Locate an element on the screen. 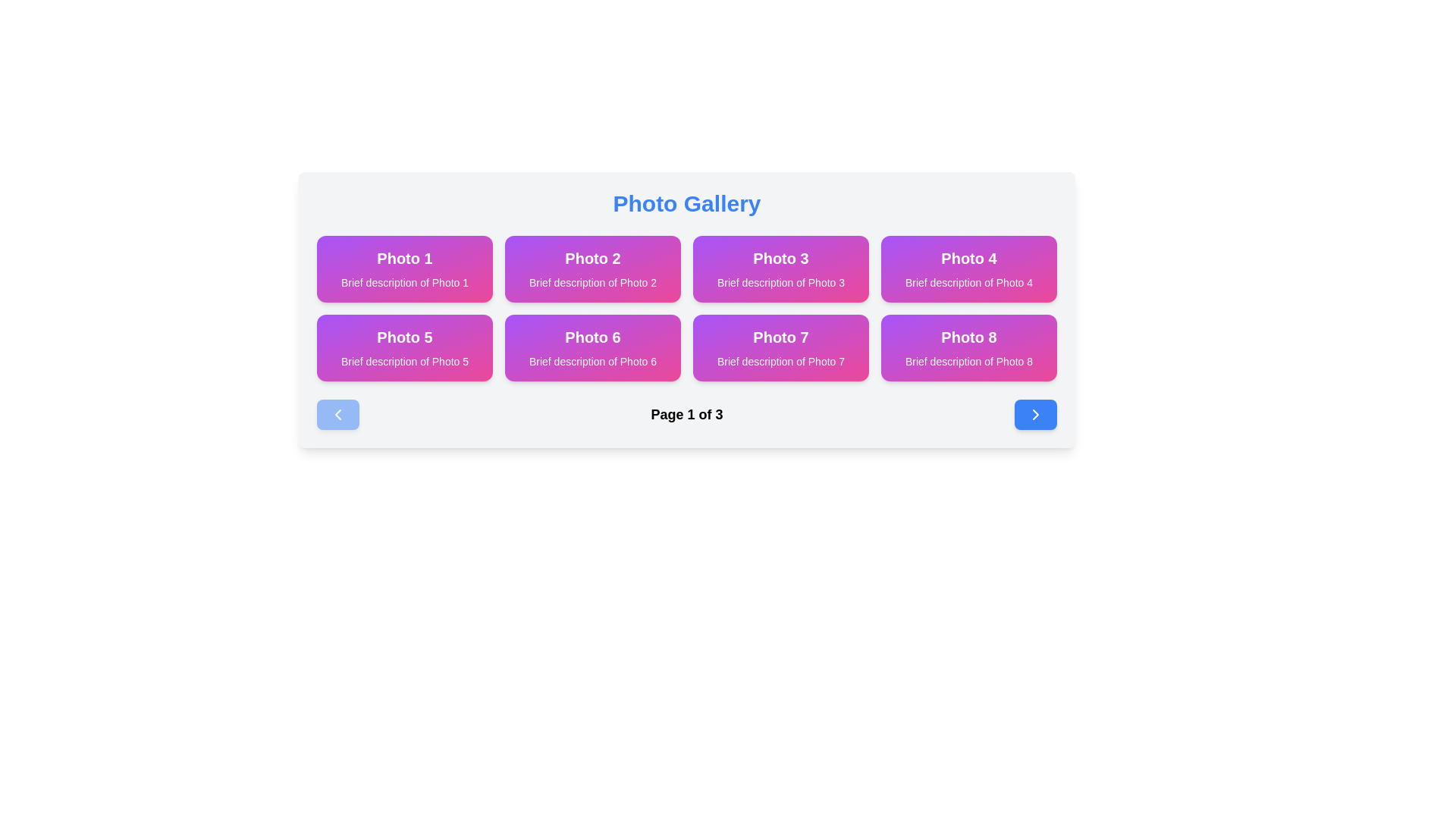  the title header text label located at the upper portion of the card in the bottom-right corner of the grid layout is located at coordinates (968, 336).